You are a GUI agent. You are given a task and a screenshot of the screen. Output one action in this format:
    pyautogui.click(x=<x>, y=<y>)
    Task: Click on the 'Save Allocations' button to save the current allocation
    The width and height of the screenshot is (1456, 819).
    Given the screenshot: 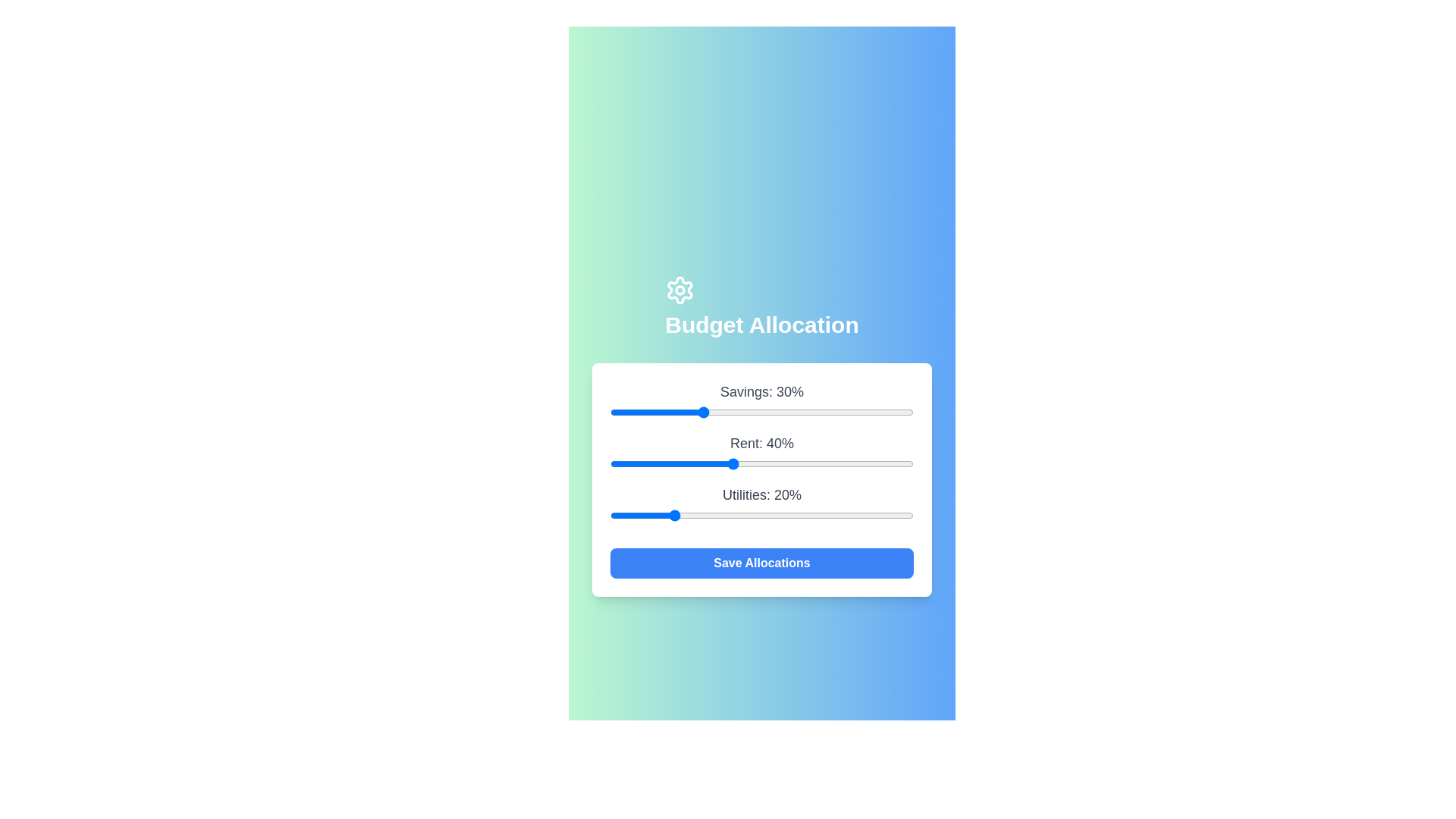 What is the action you would take?
    pyautogui.click(x=761, y=563)
    